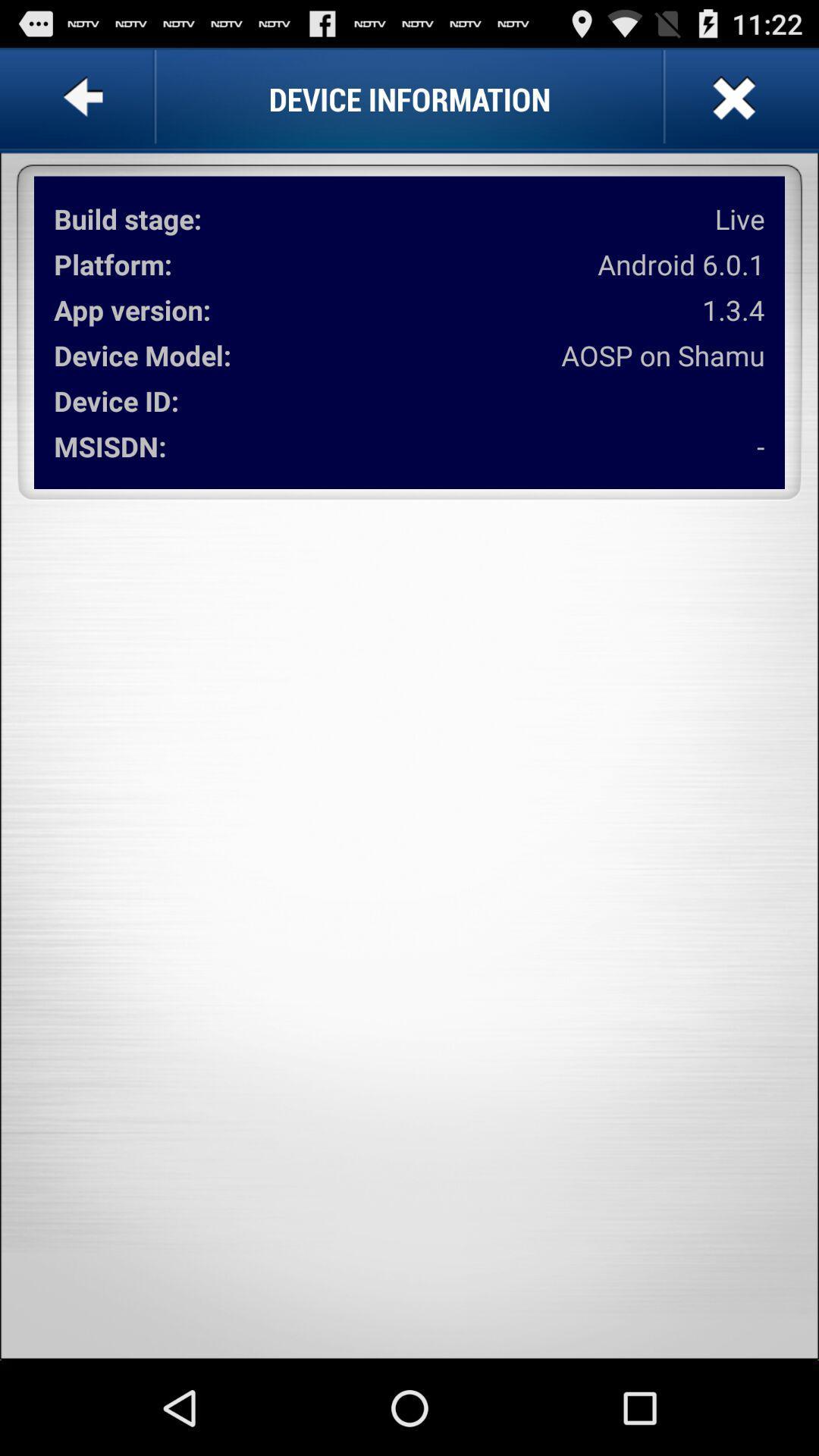  Describe the element at coordinates (86, 98) in the screenshot. I see `go back` at that location.